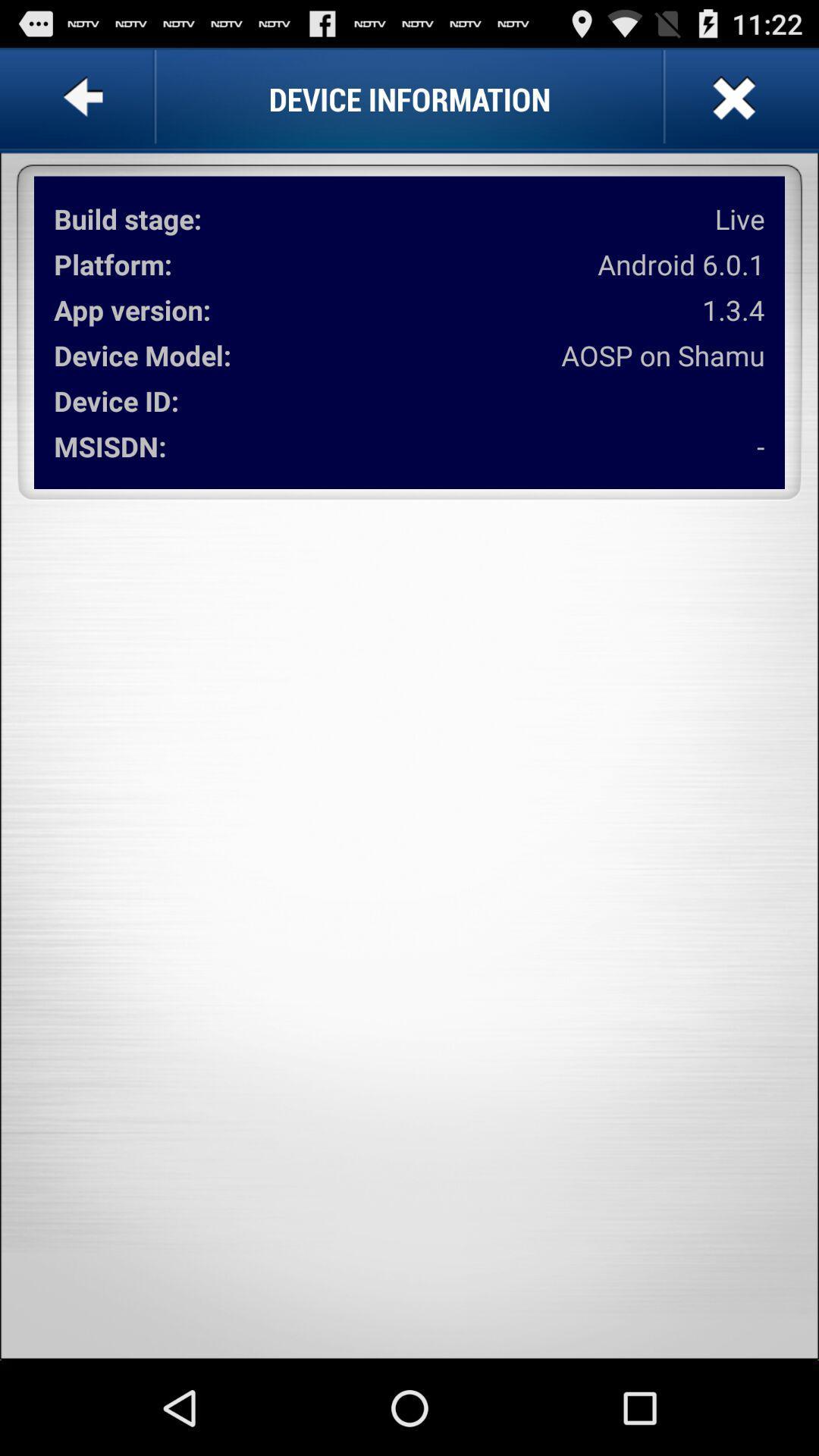  Describe the element at coordinates (86, 98) in the screenshot. I see `go back` at that location.